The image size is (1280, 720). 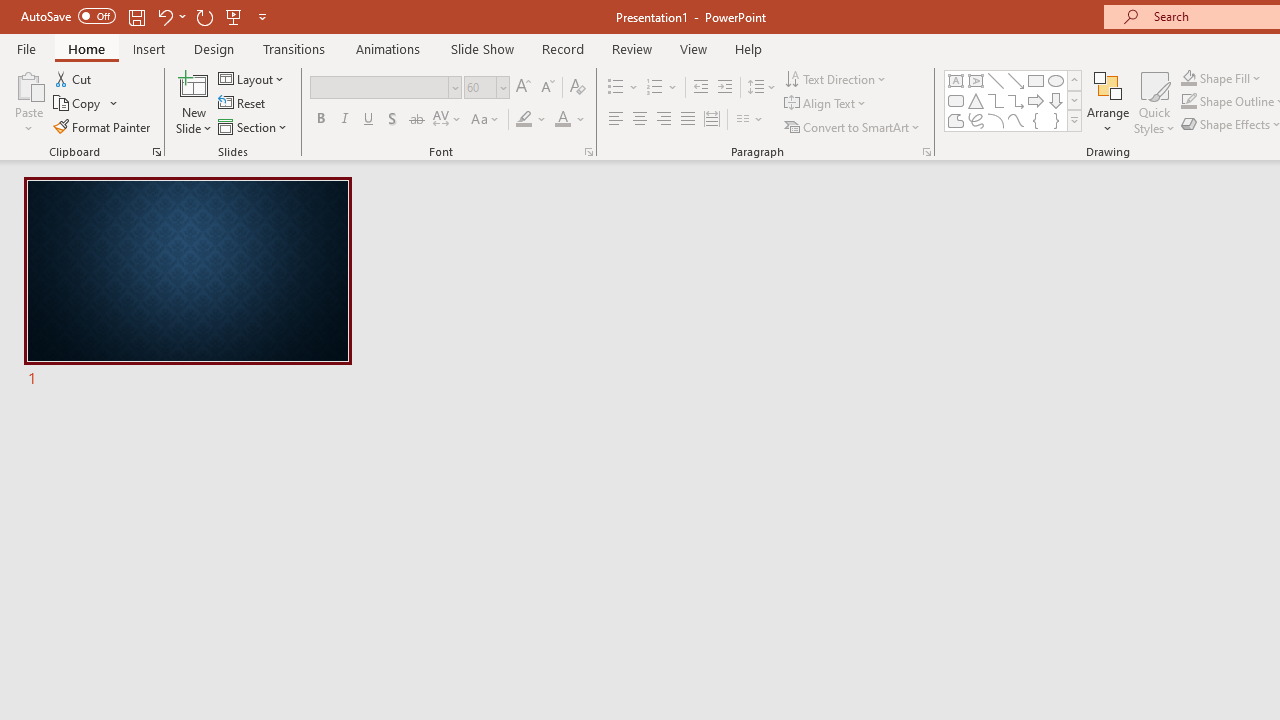 What do you see at coordinates (955, 120) in the screenshot?
I see `'Freeform: Shape'` at bounding box center [955, 120].